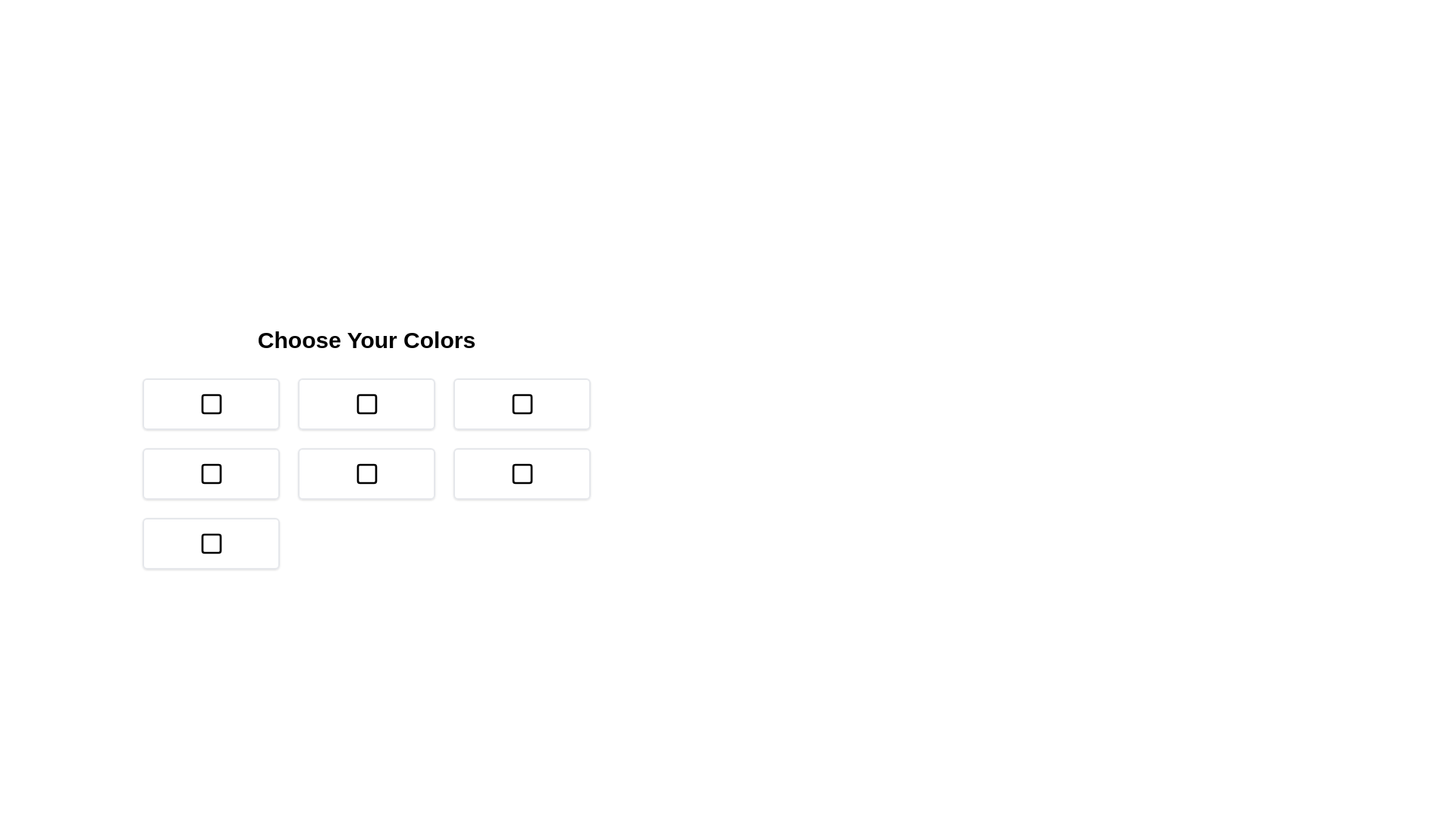  I want to click on the square of color purple, so click(366, 472).